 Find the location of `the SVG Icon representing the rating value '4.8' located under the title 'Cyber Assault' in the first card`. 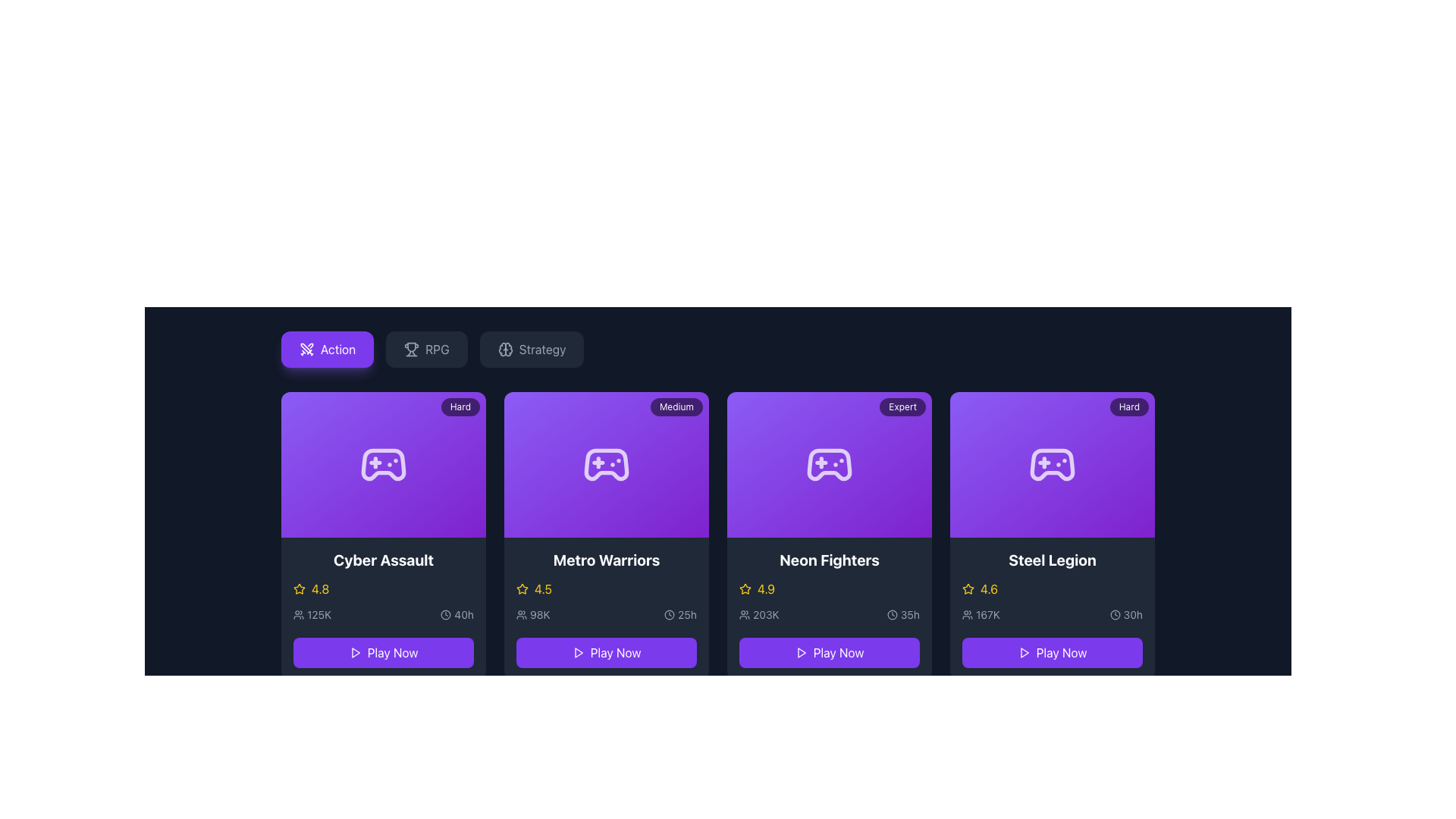

the SVG Icon representing the rating value '4.8' located under the title 'Cyber Assault' in the first card is located at coordinates (522, 588).